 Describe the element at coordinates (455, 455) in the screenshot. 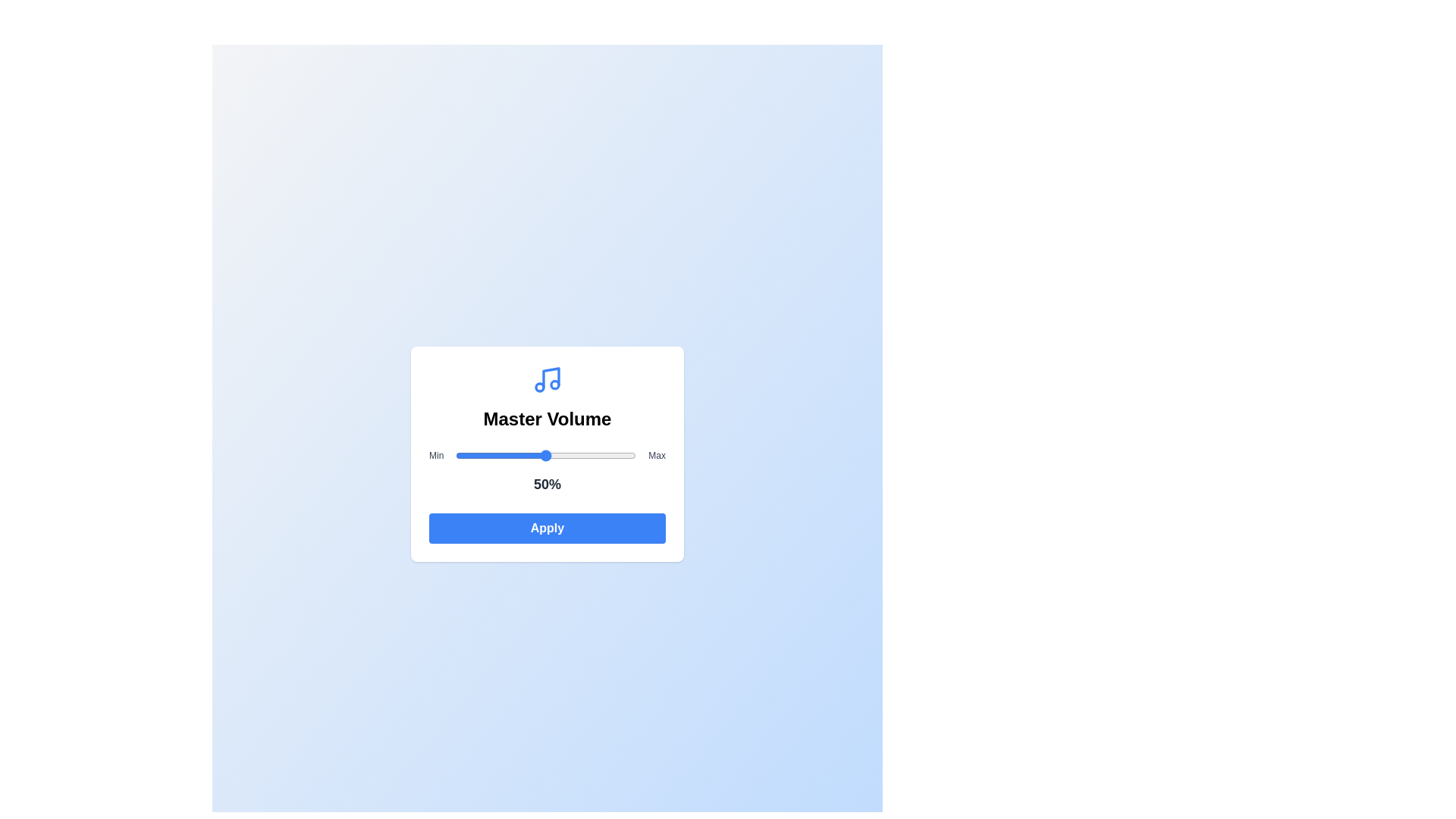

I see `the volume slider to set the volume to 0%` at that location.